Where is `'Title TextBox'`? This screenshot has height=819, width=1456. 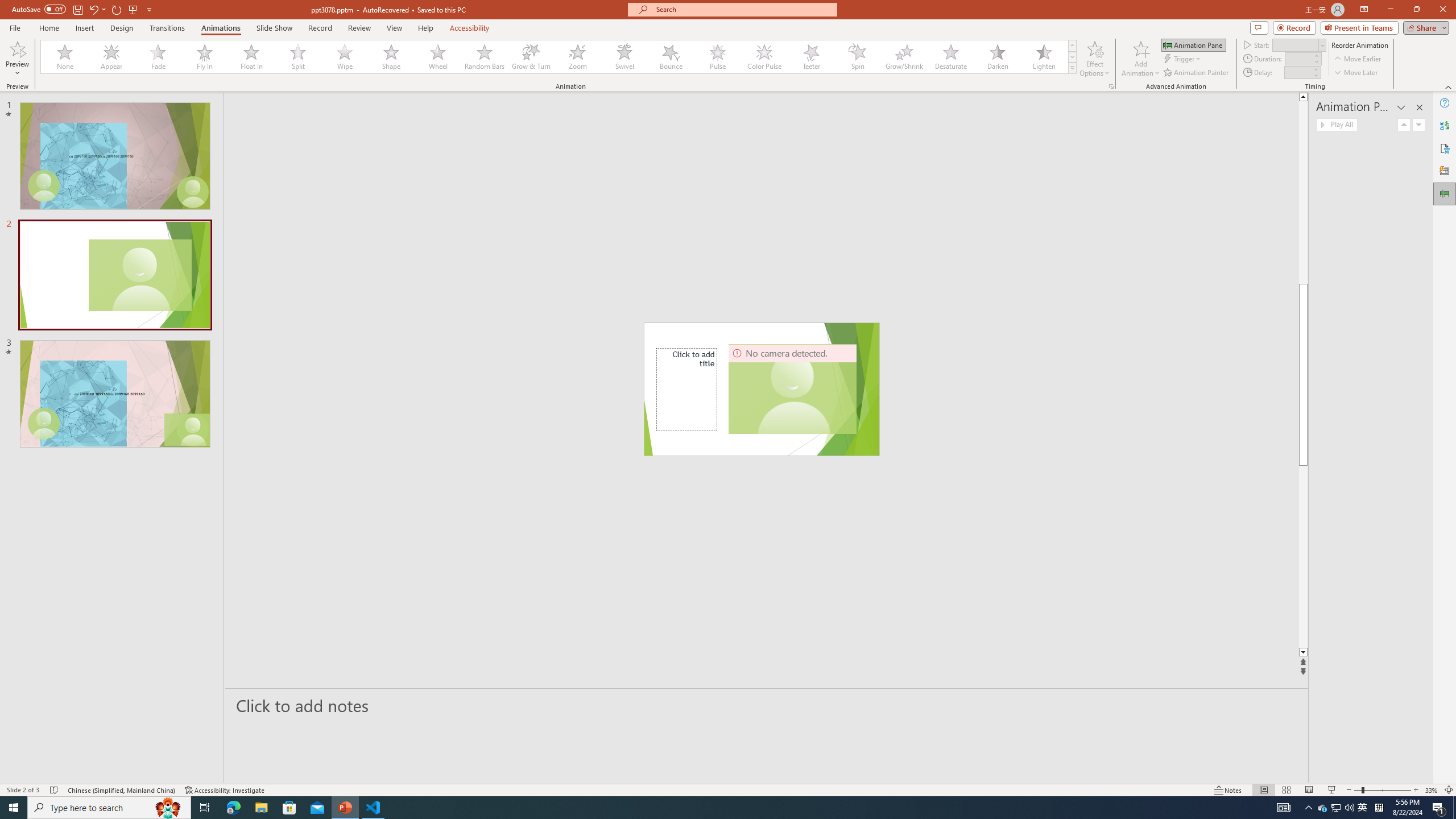
'Title TextBox' is located at coordinates (686, 388).